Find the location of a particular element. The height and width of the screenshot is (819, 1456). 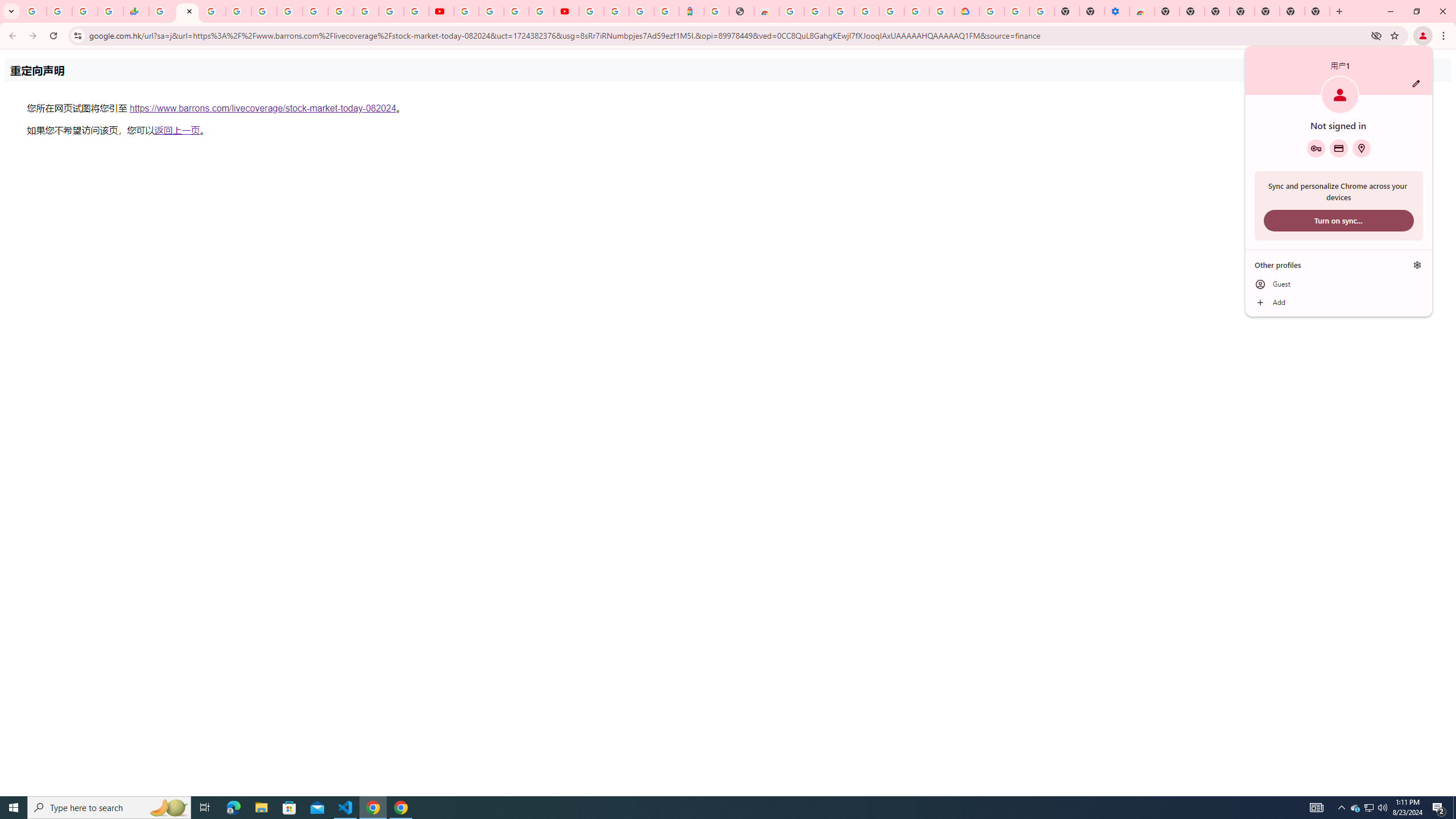

'Payment methods' is located at coordinates (1338, 148).